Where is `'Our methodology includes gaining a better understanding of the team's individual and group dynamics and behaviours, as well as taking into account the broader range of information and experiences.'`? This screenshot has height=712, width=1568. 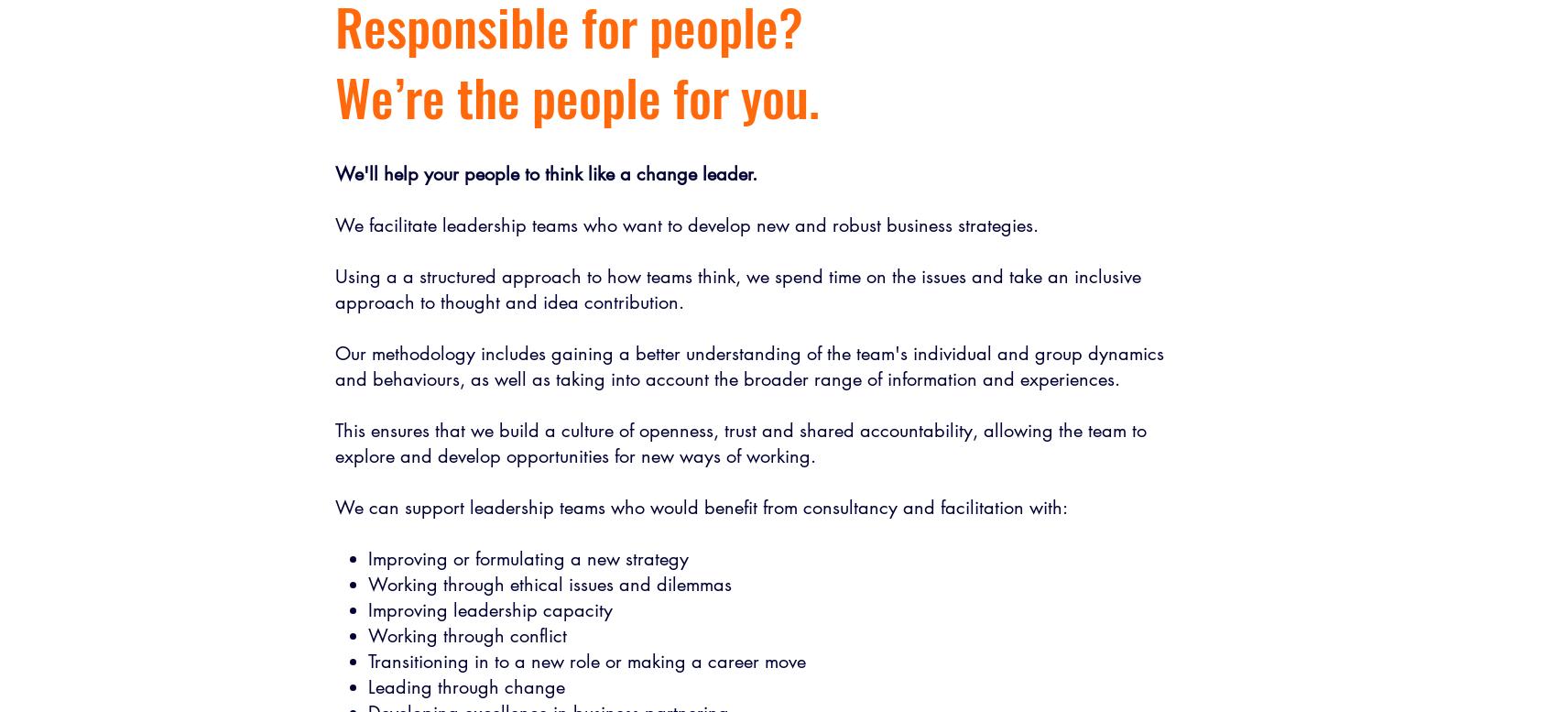
'Our methodology includes gaining a better understanding of the team's individual and group dynamics and behaviours, as well as taking into account the broader range of information and experiences.' is located at coordinates (749, 365).